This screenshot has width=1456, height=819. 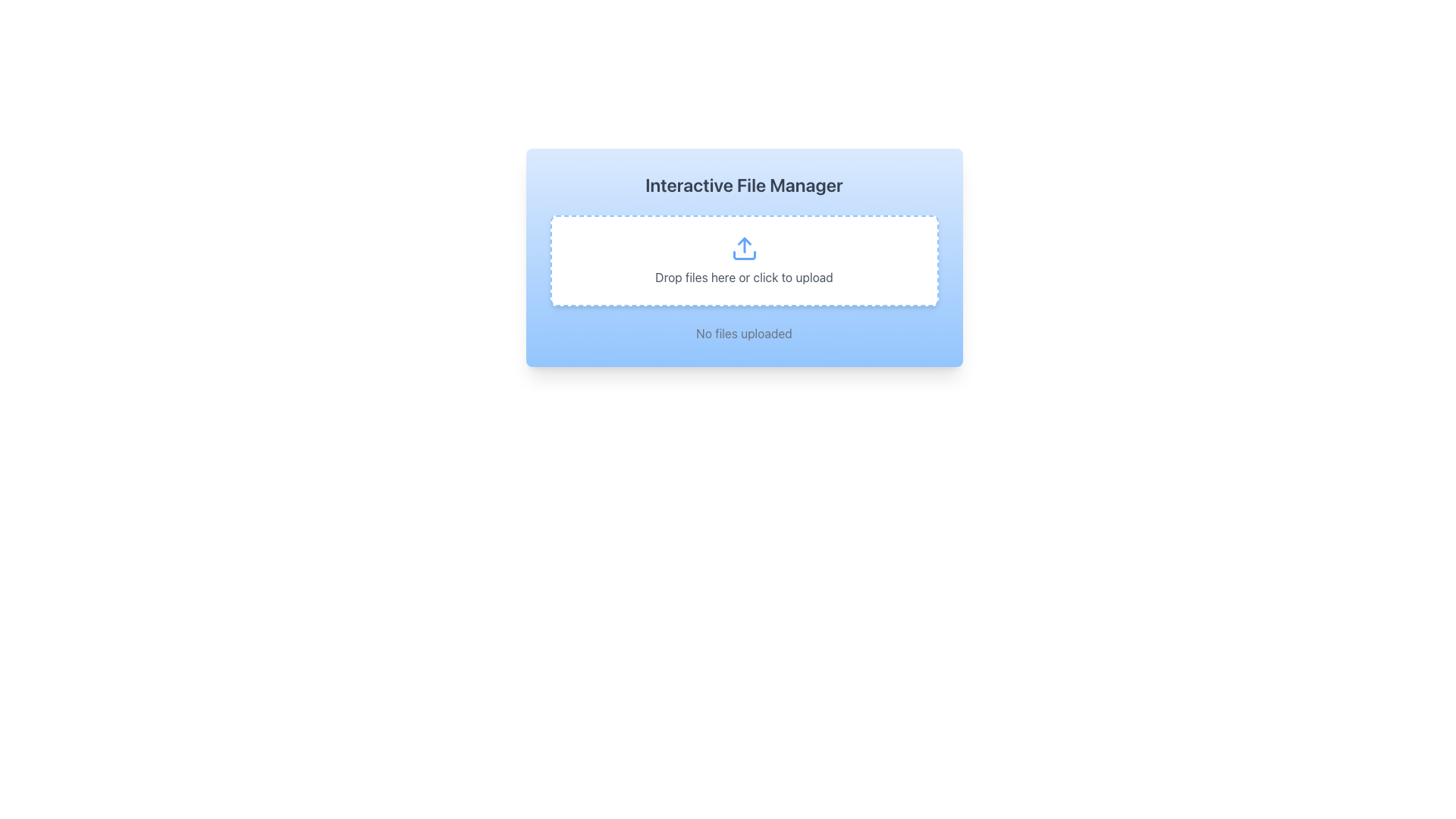 What do you see at coordinates (744, 240) in the screenshot?
I see `the upward triangle icon within the central file upload area, which symbolizes the upload action` at bounding box center [744, 240].